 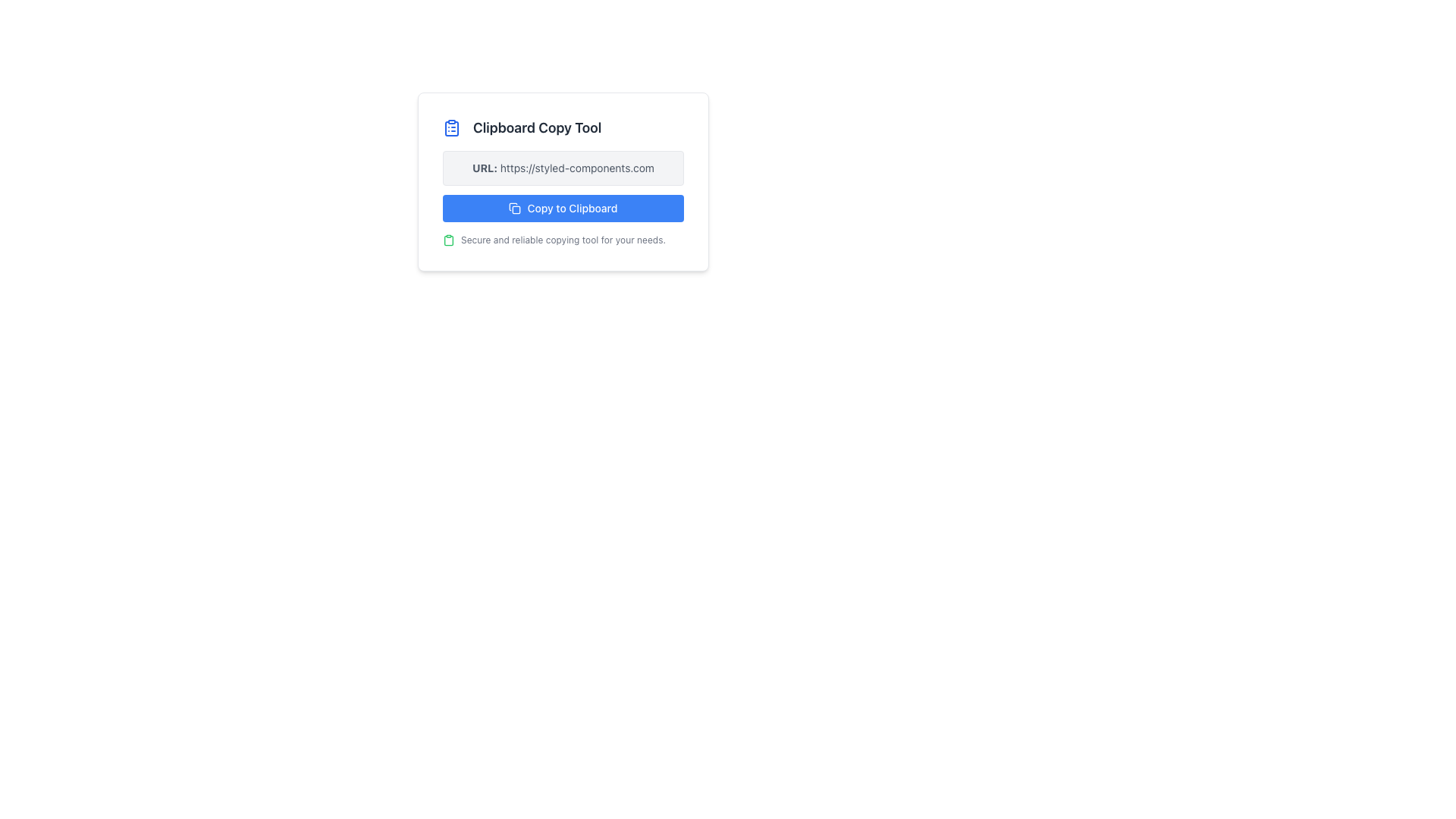 What do you see at coordinates (576, 168) in the screenshot?
I see `the text element displaying the URL 'https://styled-components.com', which is positioned next to the label 'URL:' on a light gray background` at bounding box center [576, 168].